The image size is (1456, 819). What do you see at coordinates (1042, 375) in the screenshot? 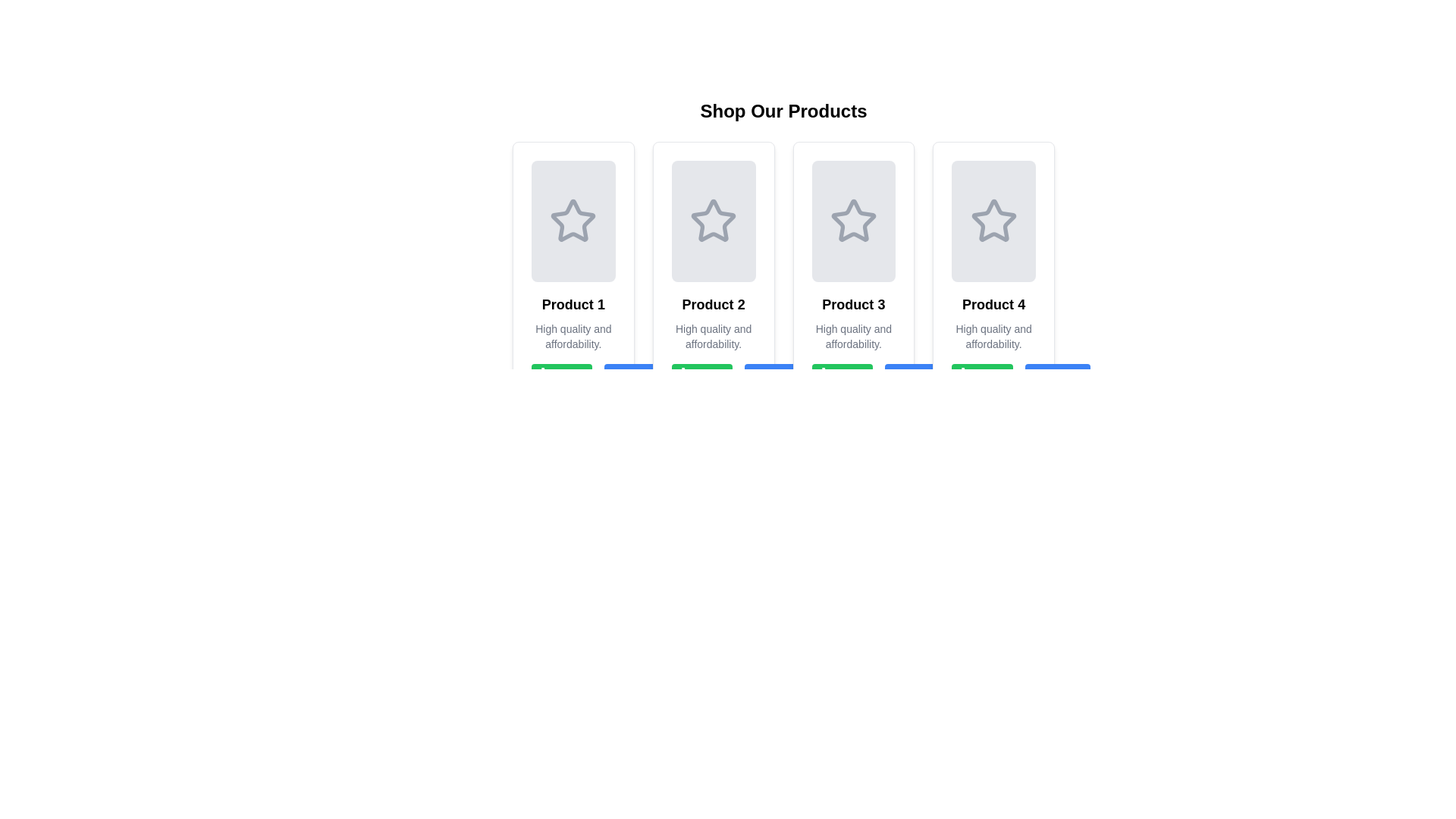
I see `the 'View' button, which contains the icon representing the 'View' action, located below the fourth product card in the interface` at bounding box center [1042, 375].